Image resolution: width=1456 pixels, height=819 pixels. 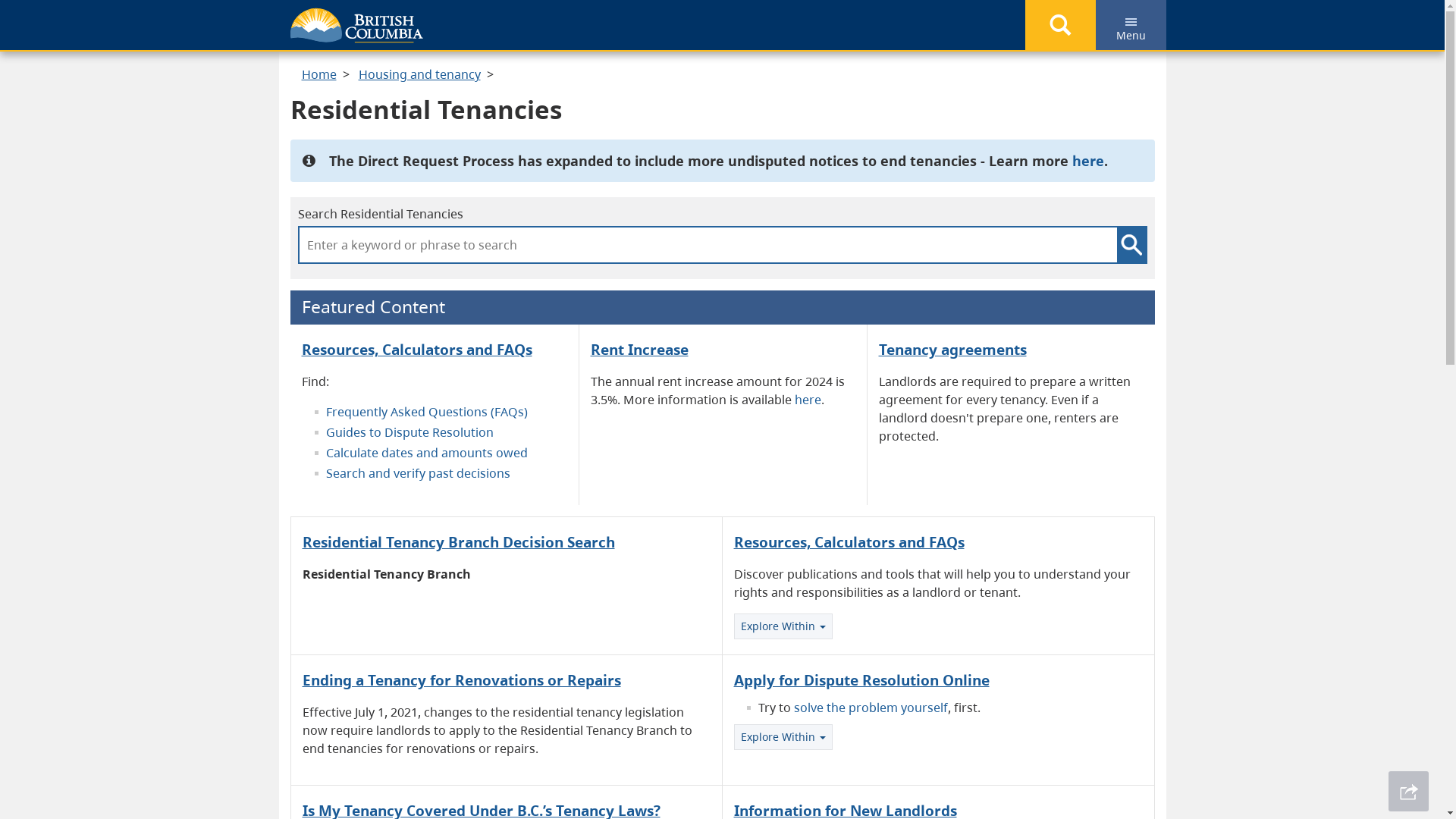 What do you see at coordinates (792, 708) in the screenshot?
I see `'solve the problem yourself'` at bounding box center [792, 708].